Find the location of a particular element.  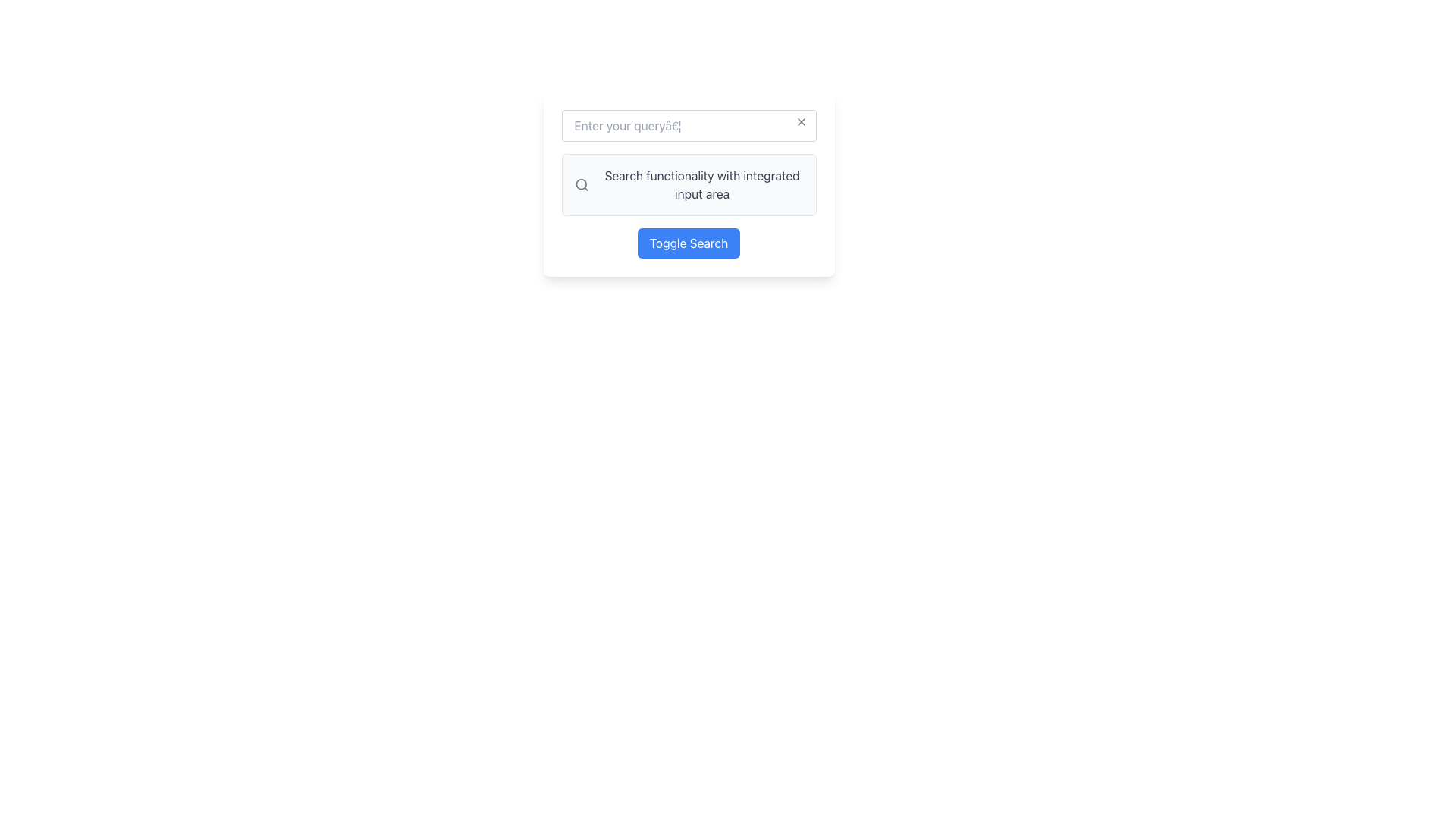

the gray 'X' icon located in the upper-right corner of the text input box labeled 'Enter your query…' to clear the text input is located at coordinates (800, 121).